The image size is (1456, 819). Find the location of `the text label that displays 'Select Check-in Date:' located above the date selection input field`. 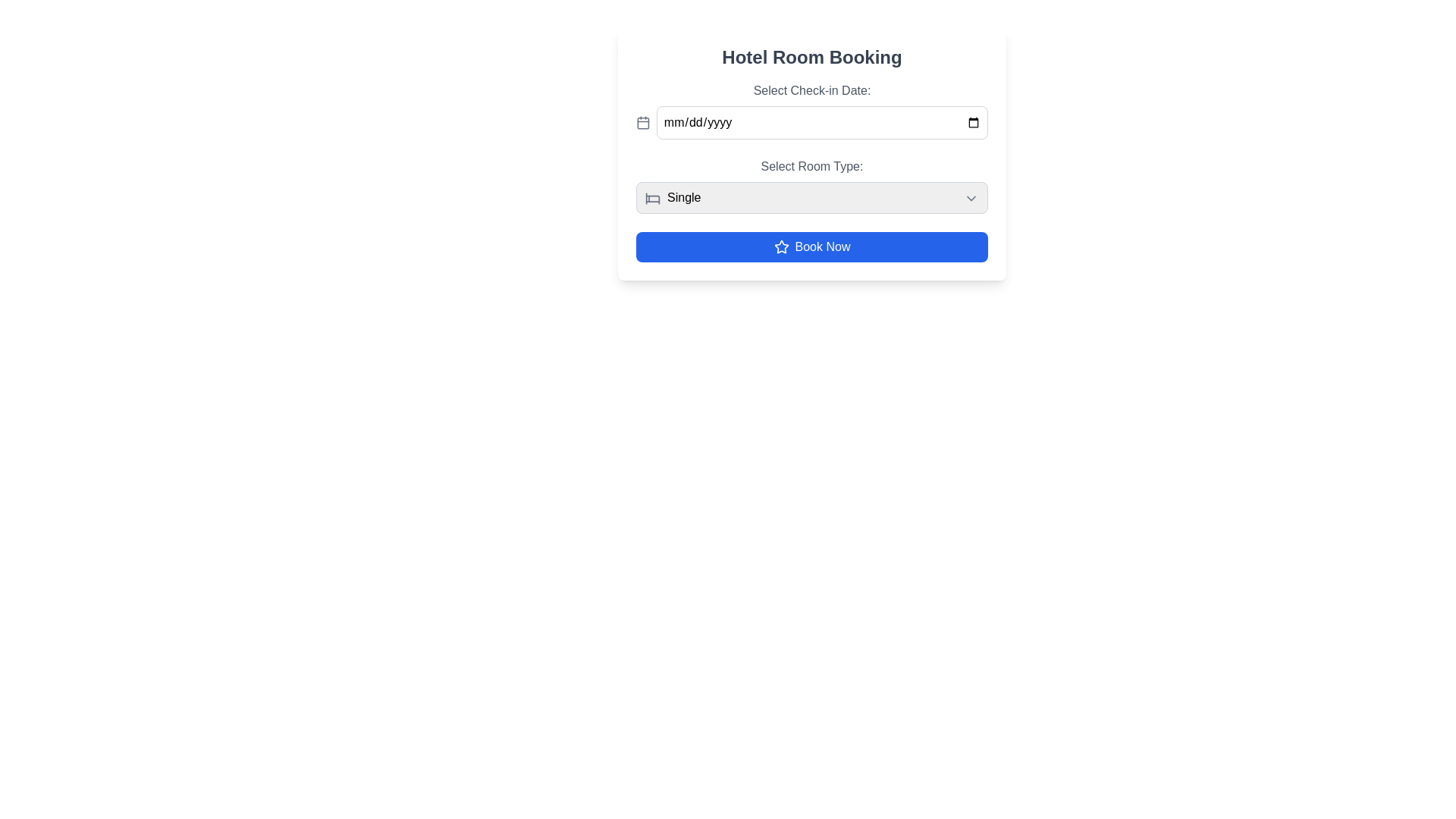

the text label that displays 'Select Check-in Date:' located above the date selection input field is located at coordinates (811, 90).